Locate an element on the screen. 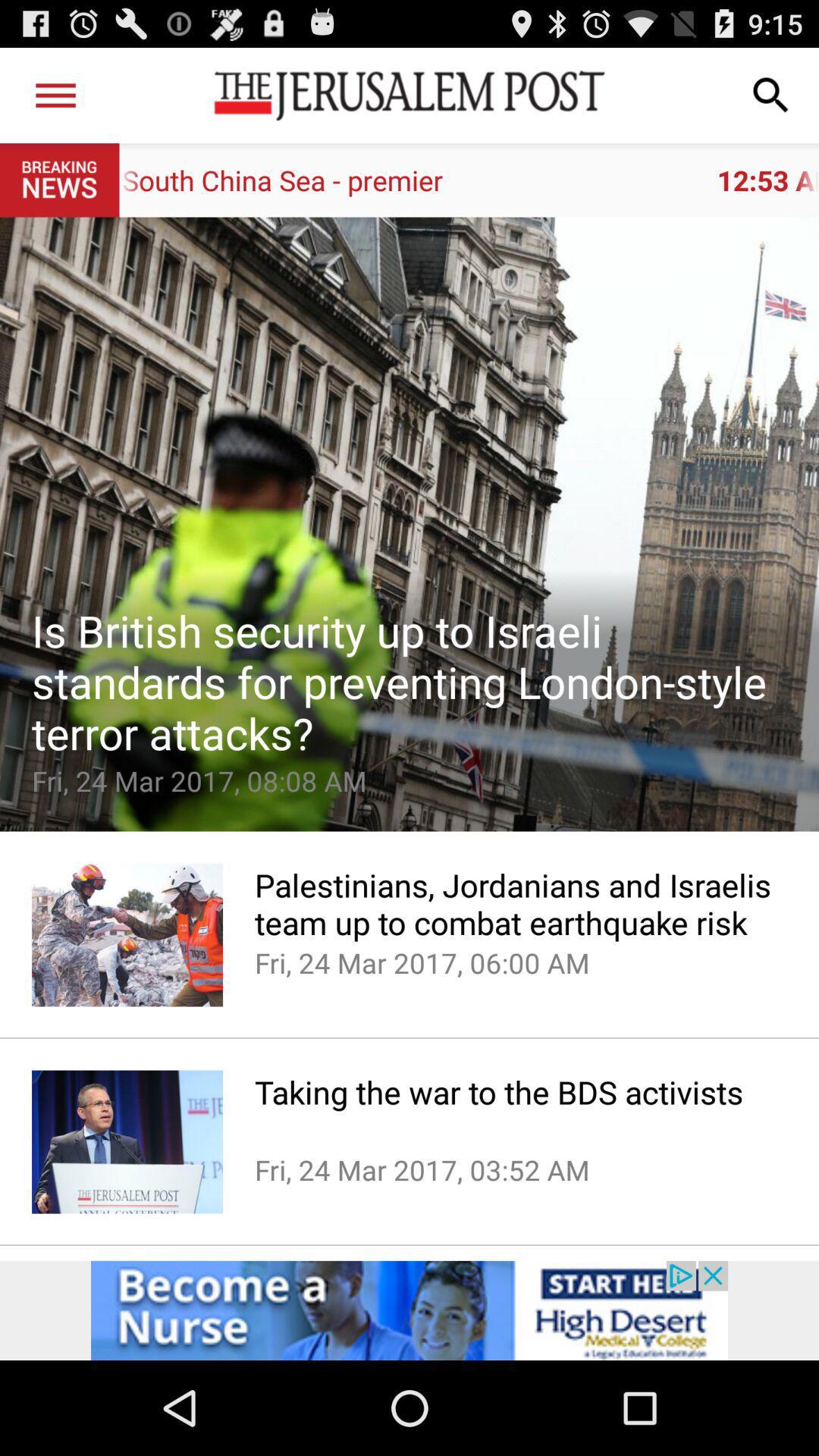  creat message is located at coordinates (409, 524).